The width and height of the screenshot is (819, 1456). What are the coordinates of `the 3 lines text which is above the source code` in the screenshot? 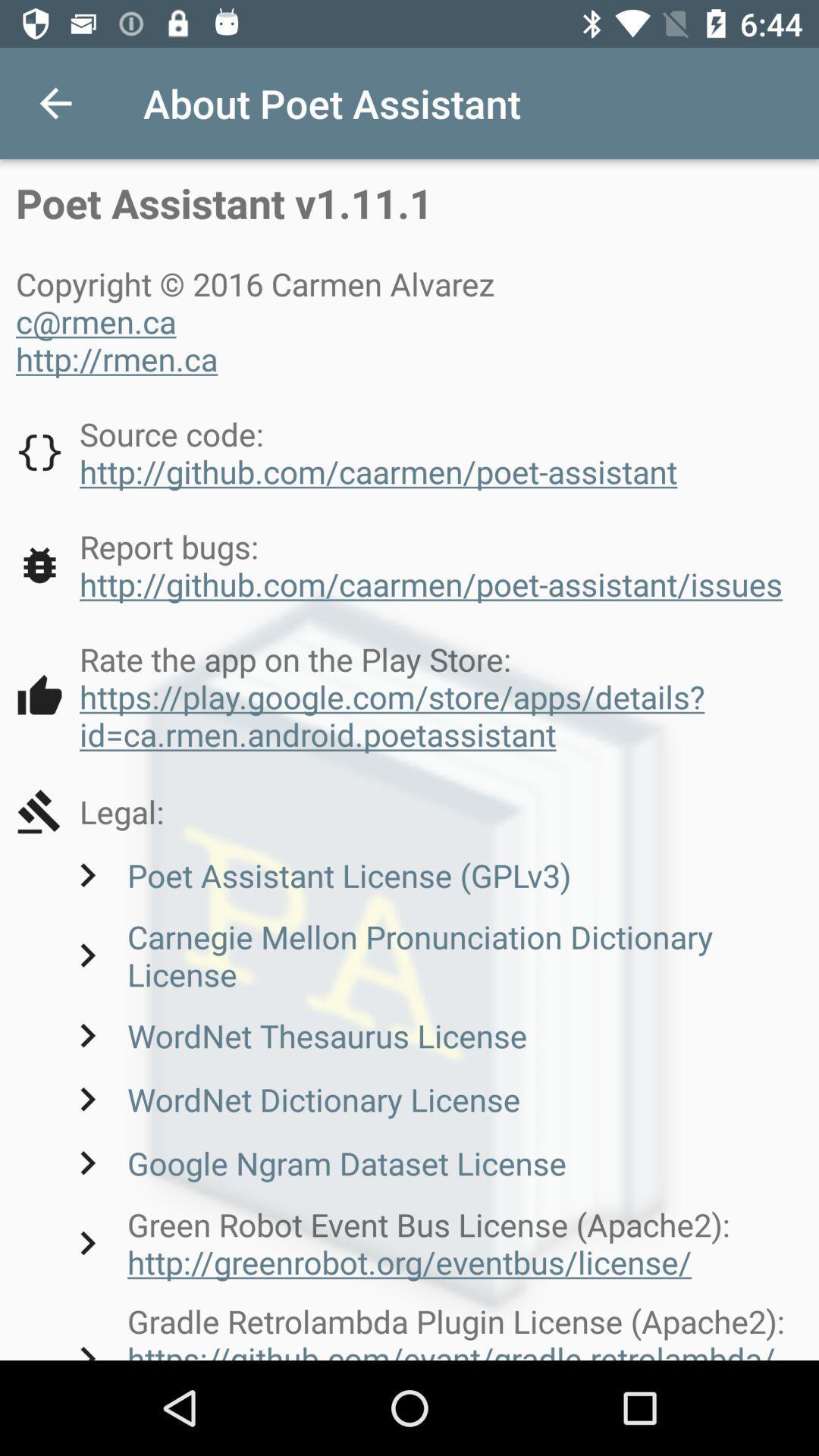 It's located at (259, 320).